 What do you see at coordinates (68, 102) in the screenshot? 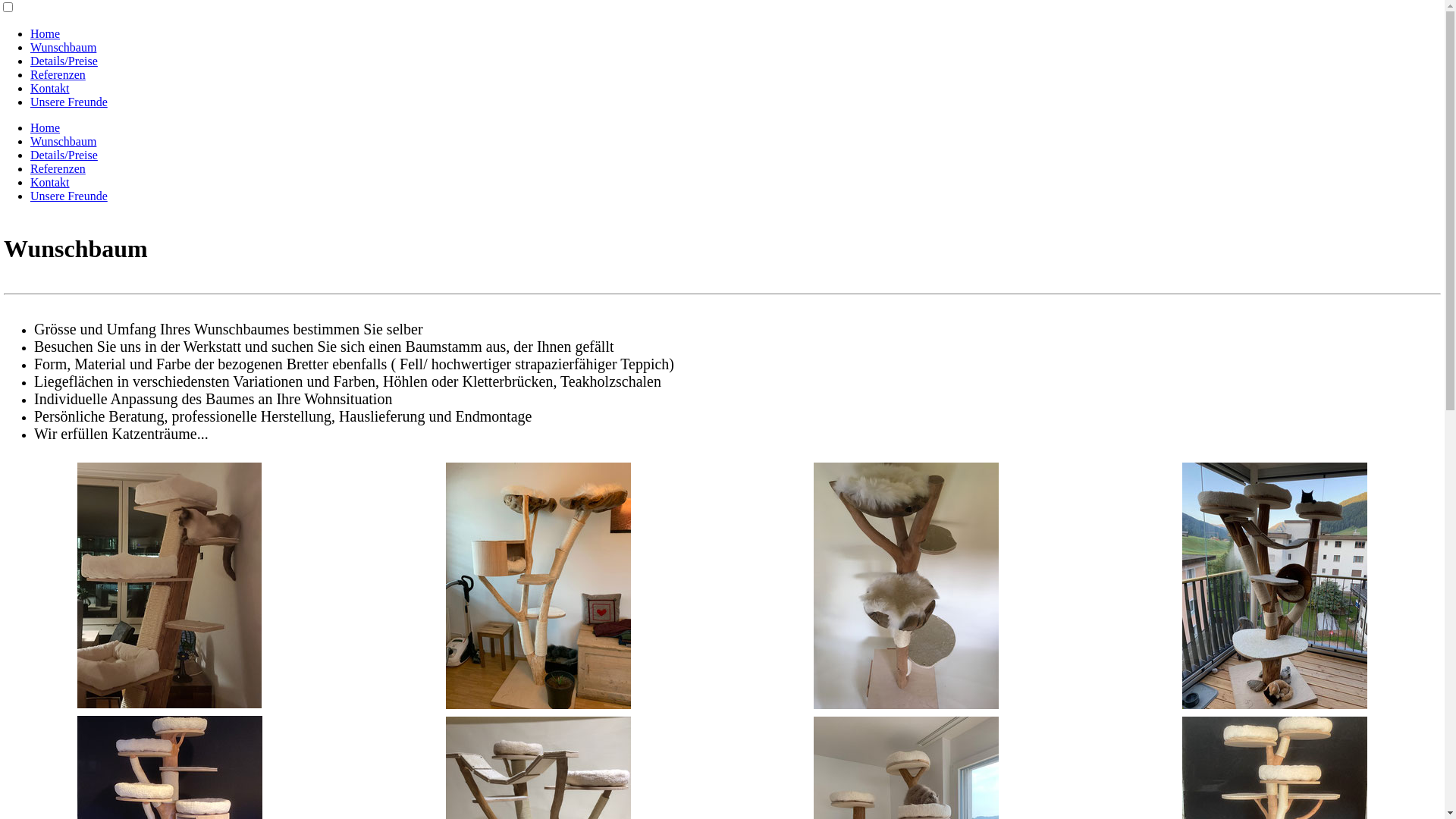
I see `'Unsere Freunde'` at bounding box center [68, 102].